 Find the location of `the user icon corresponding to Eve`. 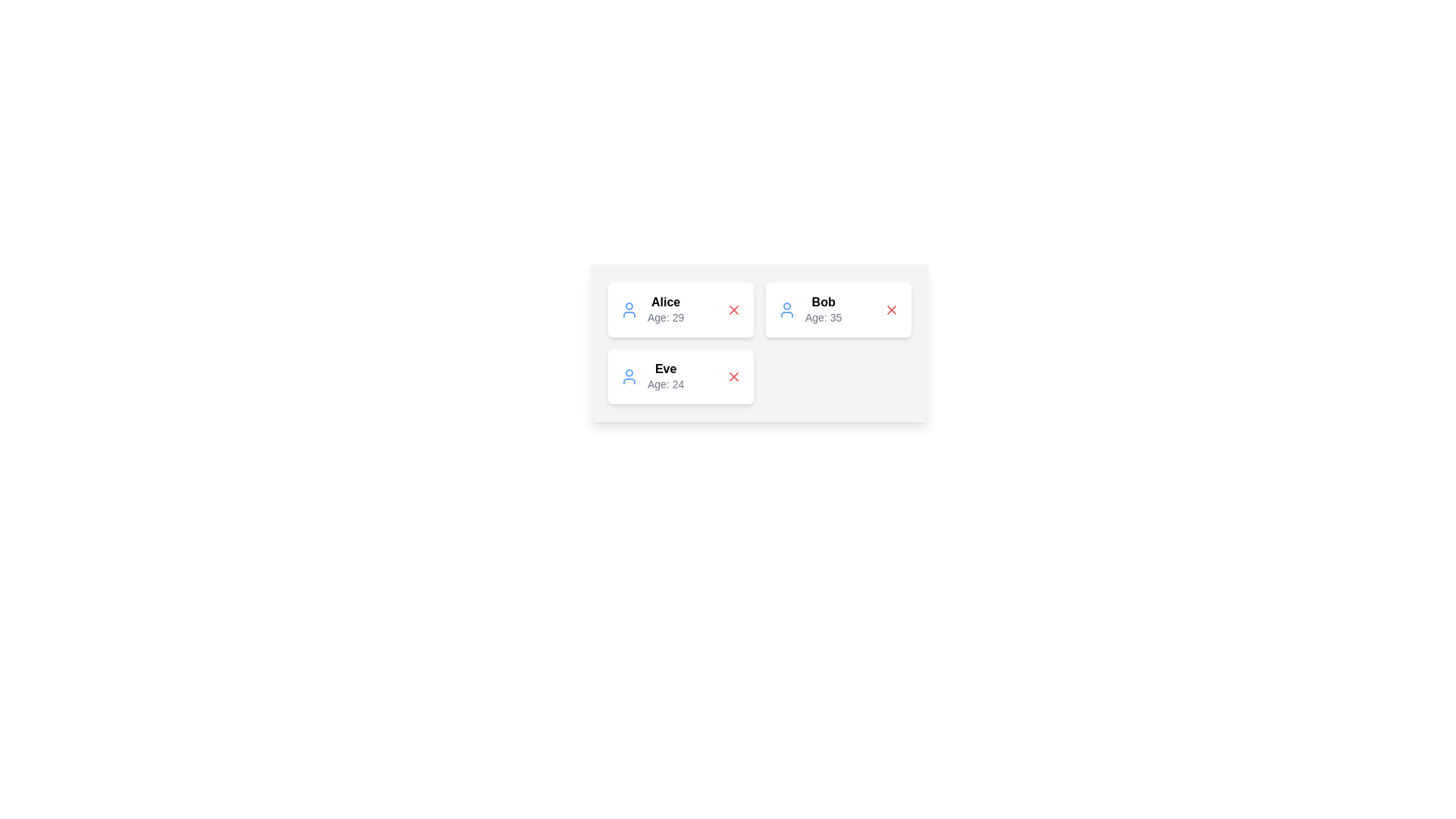

the user icon corresponding to Eve is located at coordinates (629, 376).